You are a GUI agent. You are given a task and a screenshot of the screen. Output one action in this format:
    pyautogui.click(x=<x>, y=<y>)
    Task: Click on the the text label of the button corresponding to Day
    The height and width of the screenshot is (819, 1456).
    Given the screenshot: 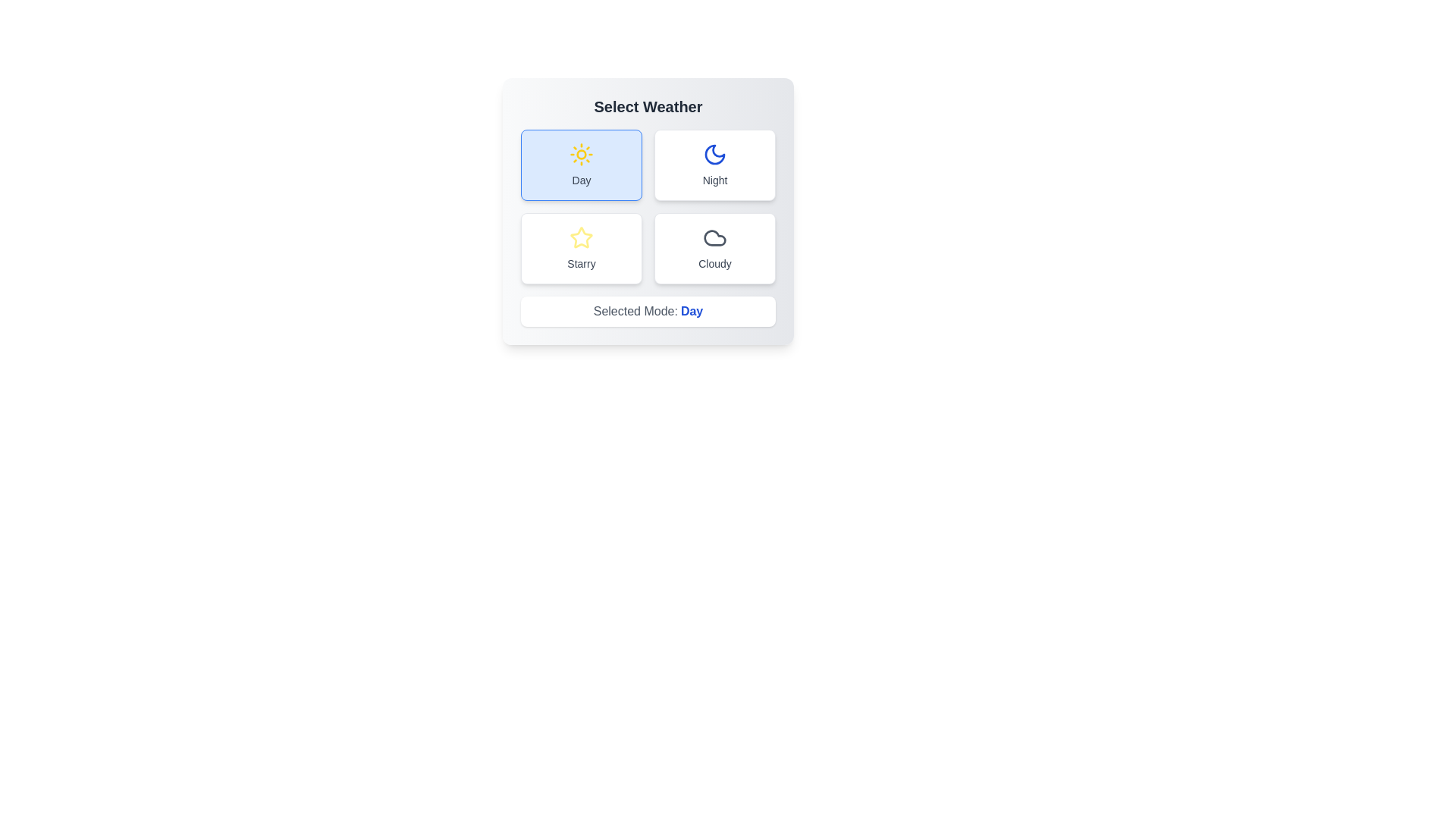 What is the action you would take?
    pyautogui.click(x=581, y=180)
    